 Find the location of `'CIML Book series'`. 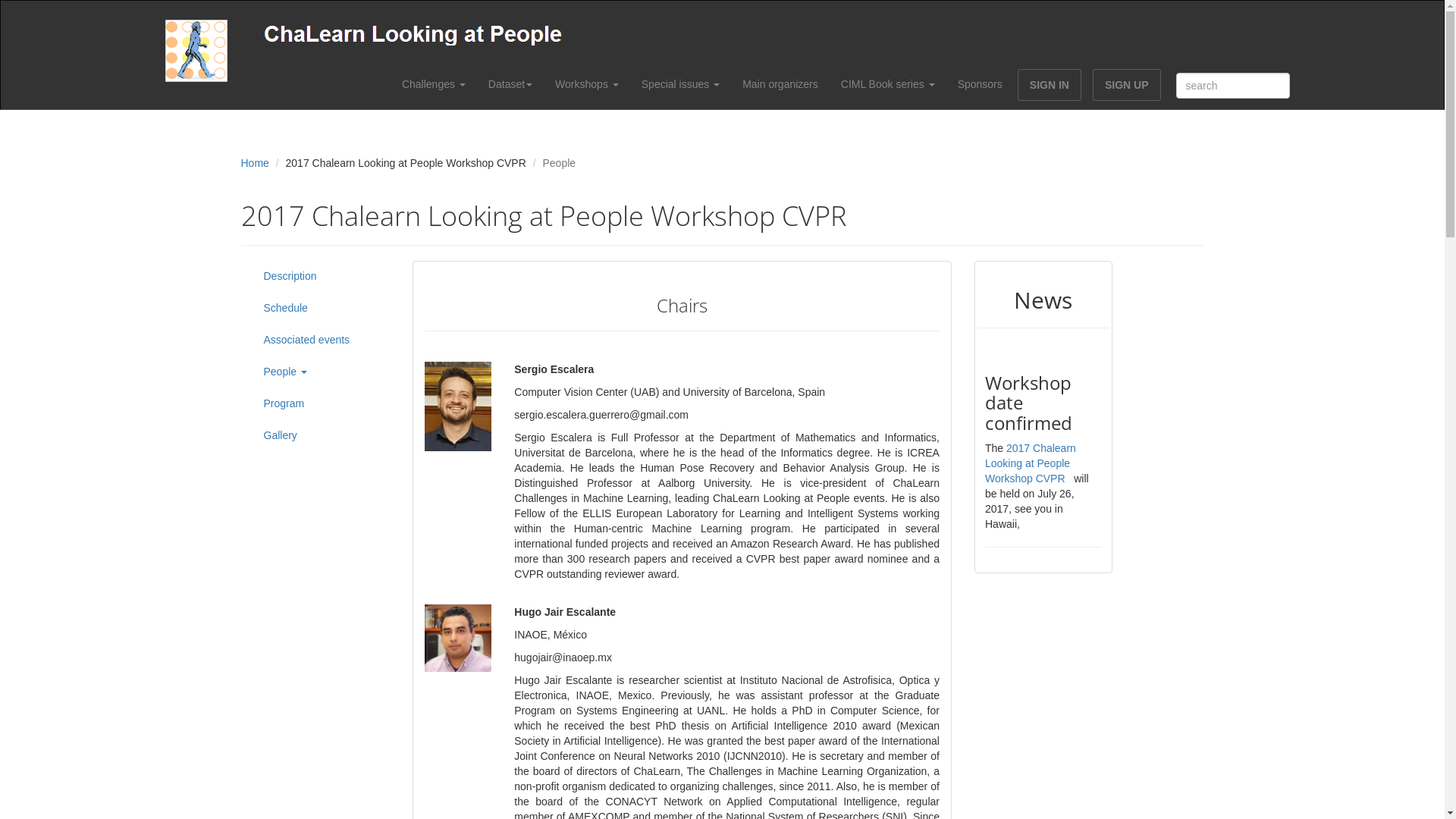

'CIML Book series' is located at coordinates (829, 84).